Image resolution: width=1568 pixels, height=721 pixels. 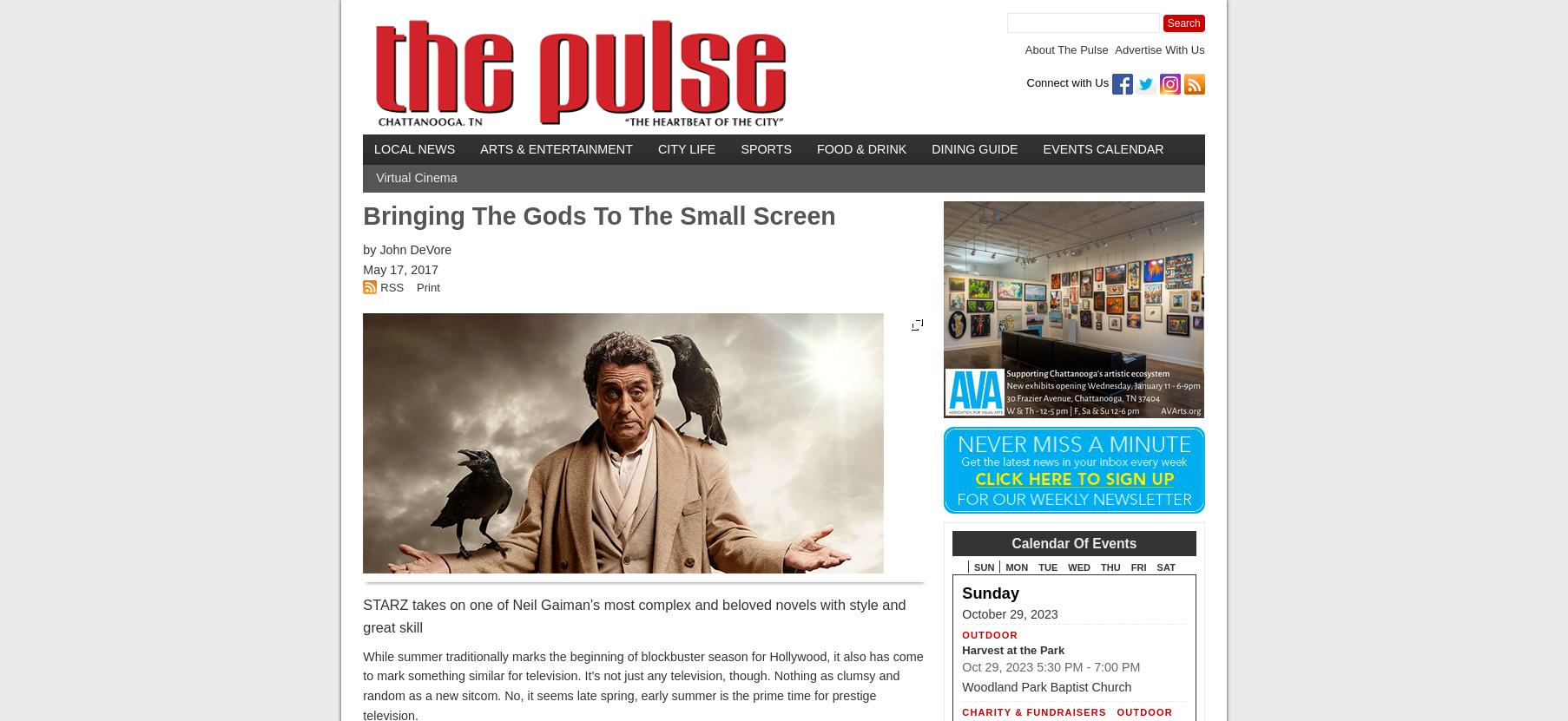 I want to click on 'twitter', so click(x=1262, y=79).